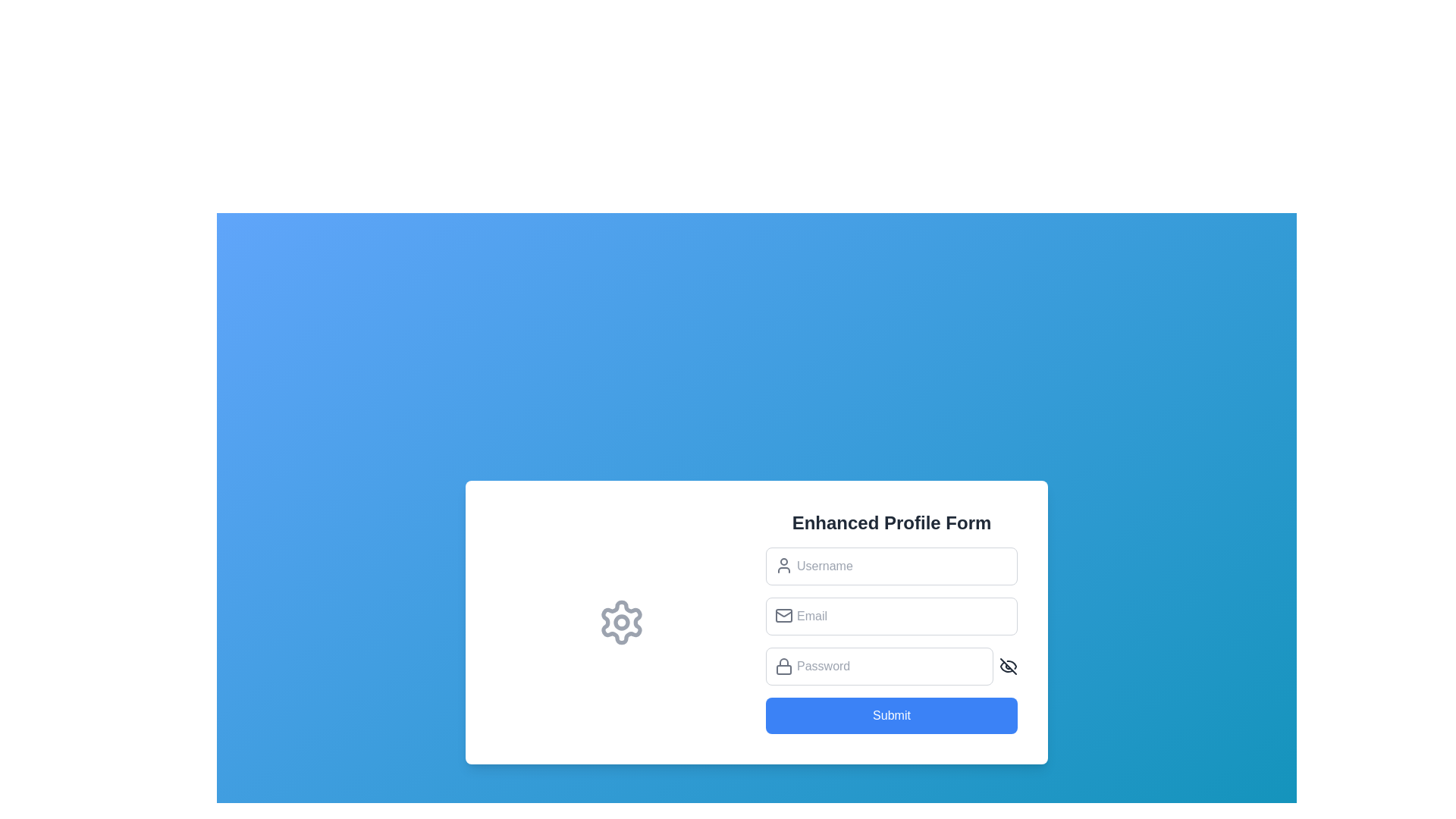  Describe the element at coordinates (783, 616) in the screenshot. I see `the SVG rectangle that visually indicates the purpose of the adjacent email input field, located on the left side of the 'Email' input field` at that location.